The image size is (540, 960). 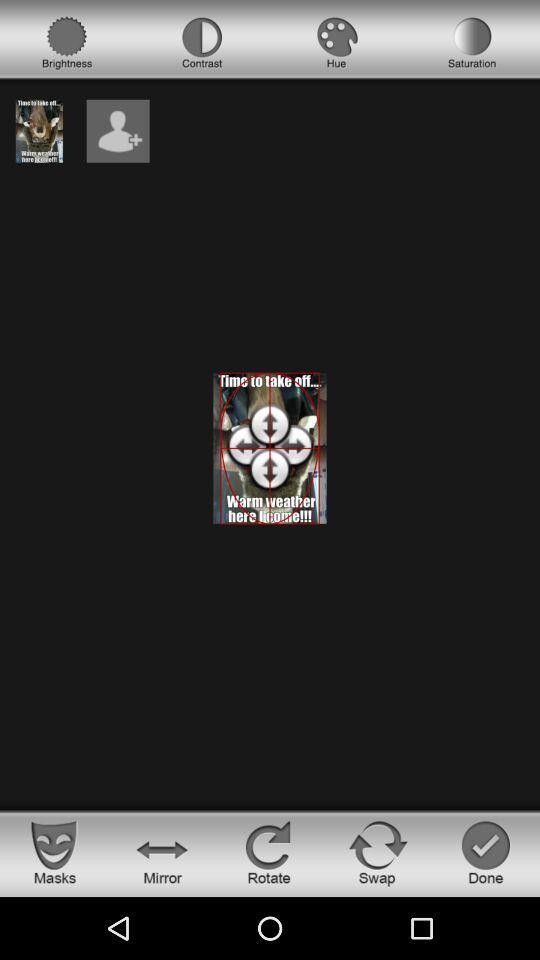 What do you see at coordinates (202, 42) in the screenshot?
I see `contrast option` at bounding box center [202, 42].